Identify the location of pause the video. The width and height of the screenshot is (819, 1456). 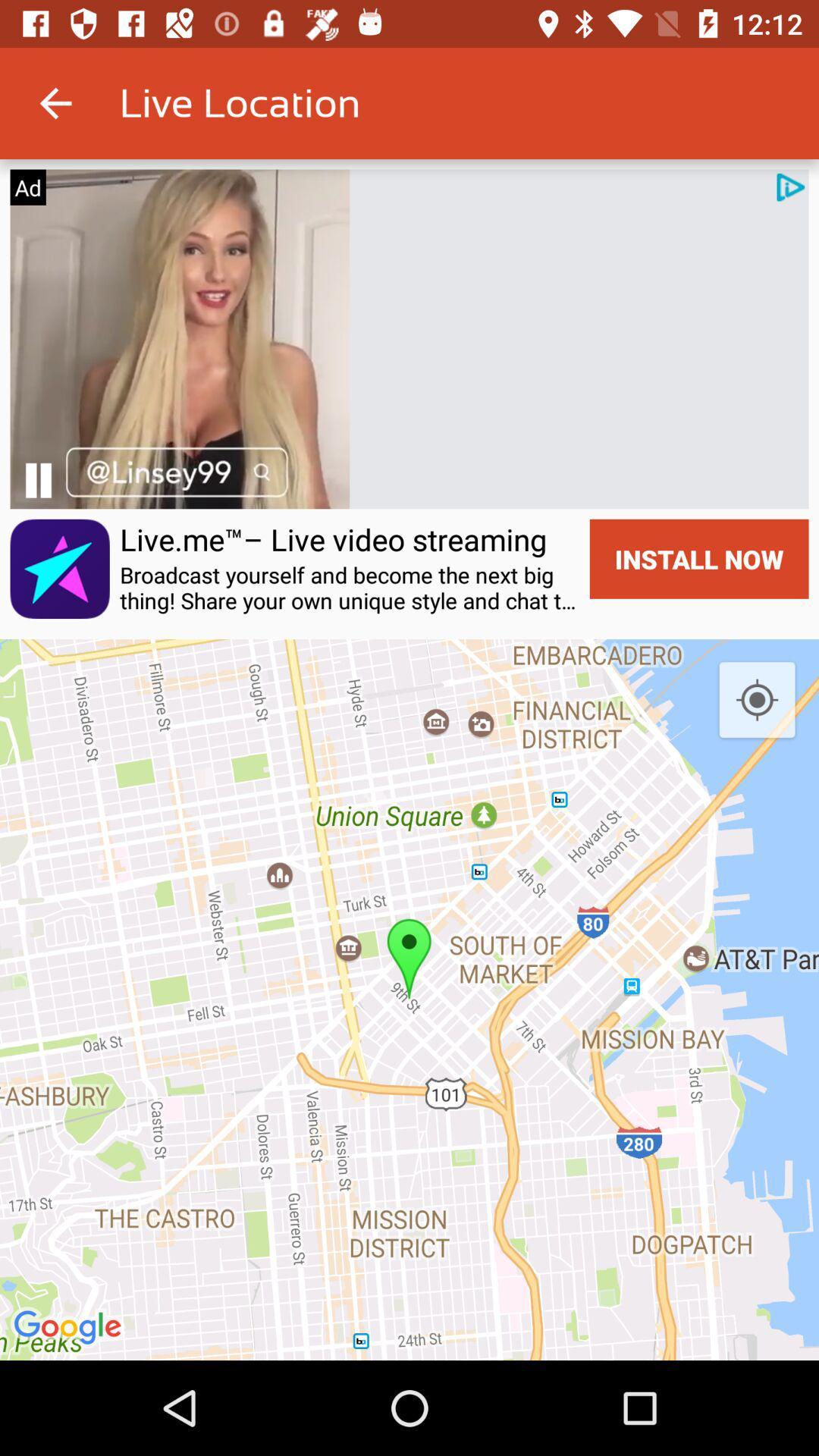
(37, 479).